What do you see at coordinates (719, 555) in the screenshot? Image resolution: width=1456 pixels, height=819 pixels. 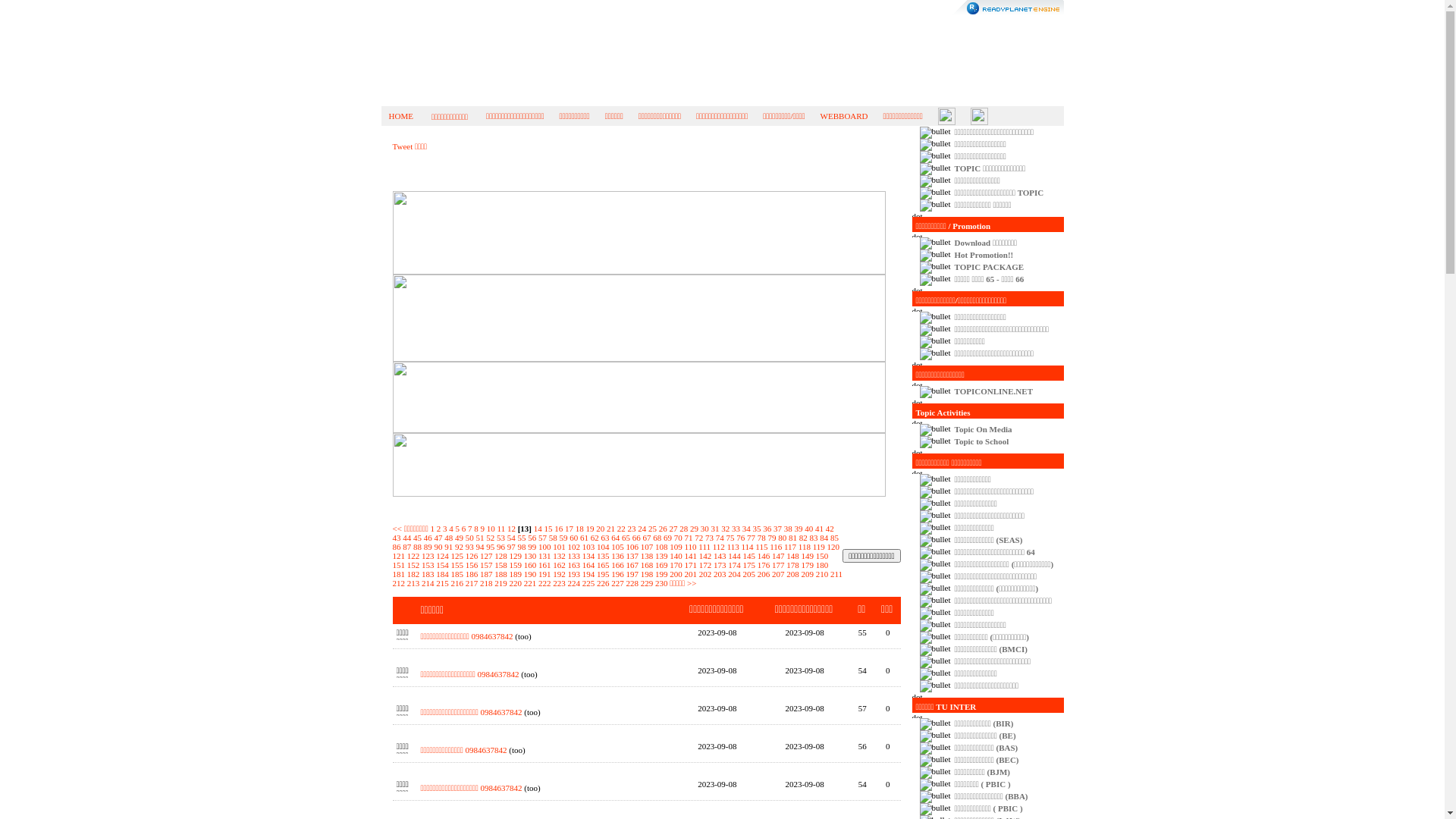 I see `'143'` at bounding box center [719, 555].